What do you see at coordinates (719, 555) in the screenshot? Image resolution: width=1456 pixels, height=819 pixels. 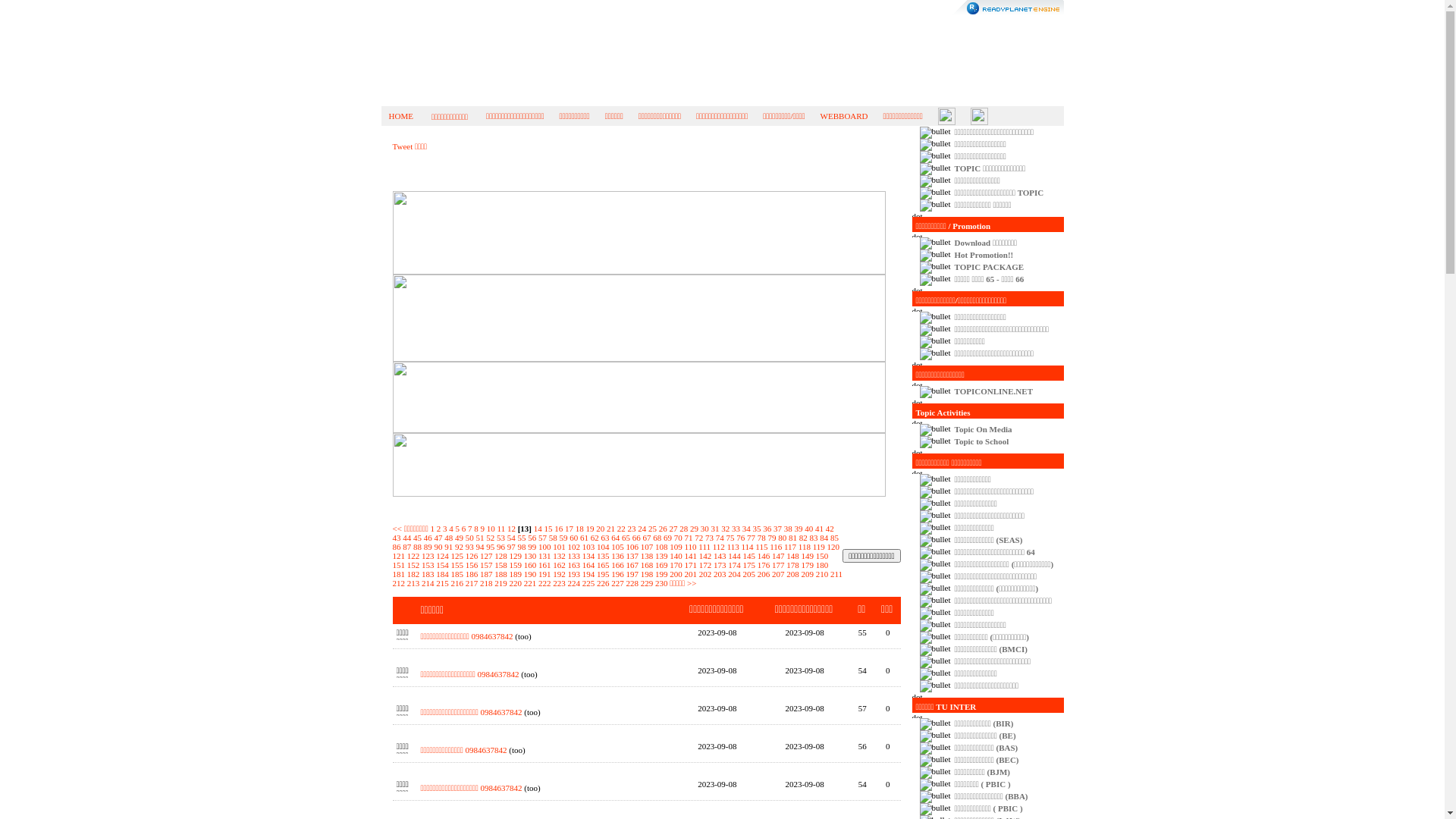 I see `'143'` at bounding box center [719, 555].